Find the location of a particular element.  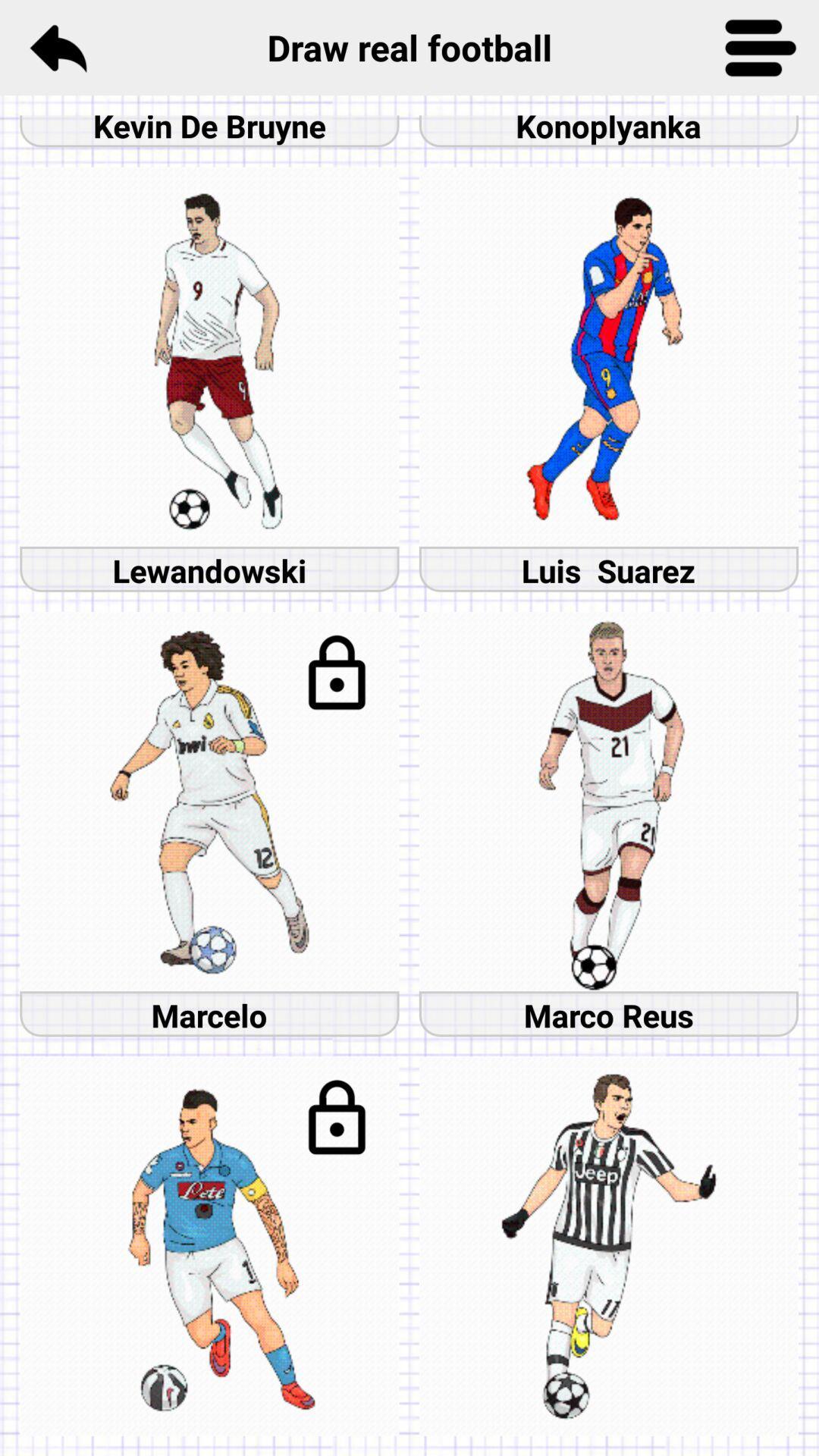

the item to the left of the draw real football is located at coordinates (57, 47).